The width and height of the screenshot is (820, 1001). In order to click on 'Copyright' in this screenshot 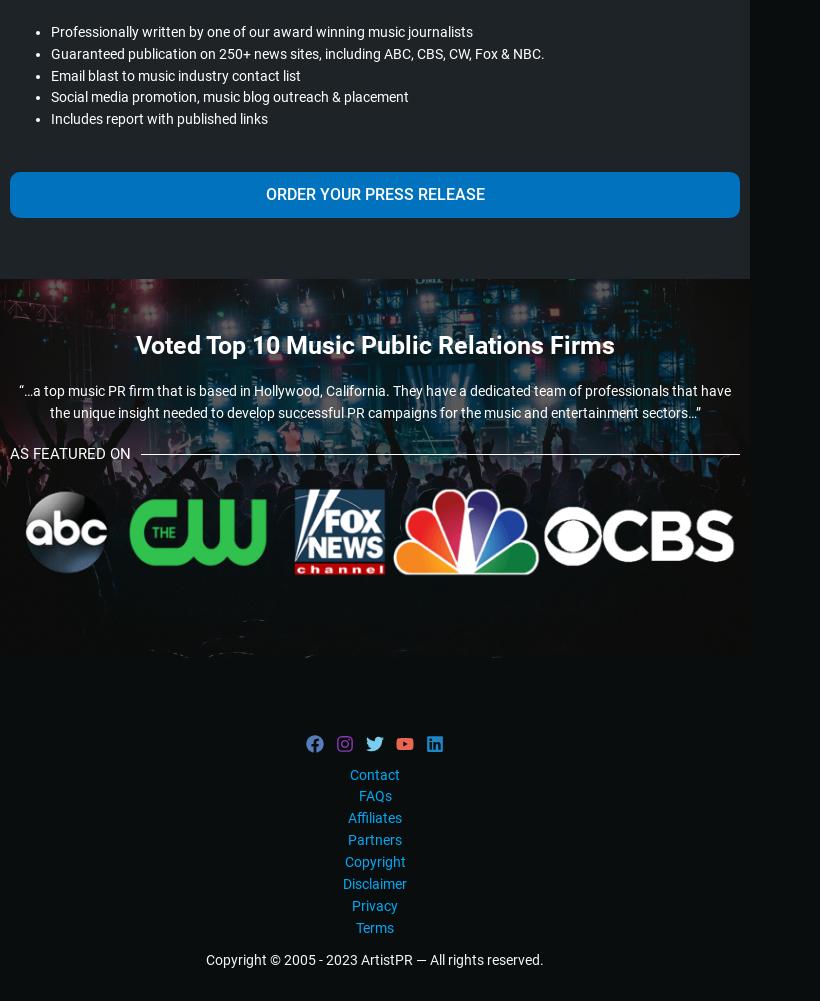, I will do `click(374, 861)`.